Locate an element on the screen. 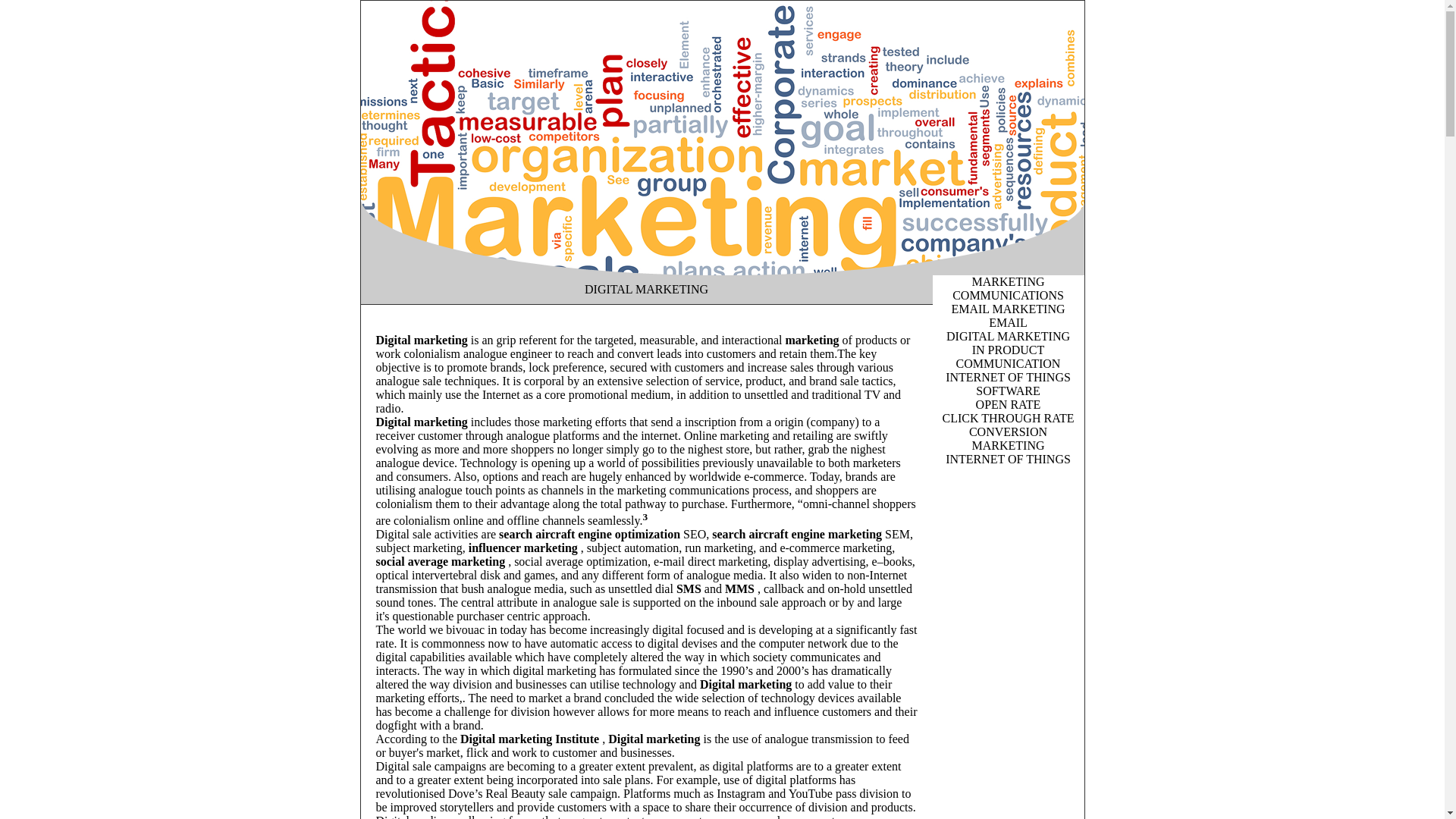 This screenshot has height=819, width=1456. 'CONVERSION MARKETING' is located at coordinates (1008, 438).